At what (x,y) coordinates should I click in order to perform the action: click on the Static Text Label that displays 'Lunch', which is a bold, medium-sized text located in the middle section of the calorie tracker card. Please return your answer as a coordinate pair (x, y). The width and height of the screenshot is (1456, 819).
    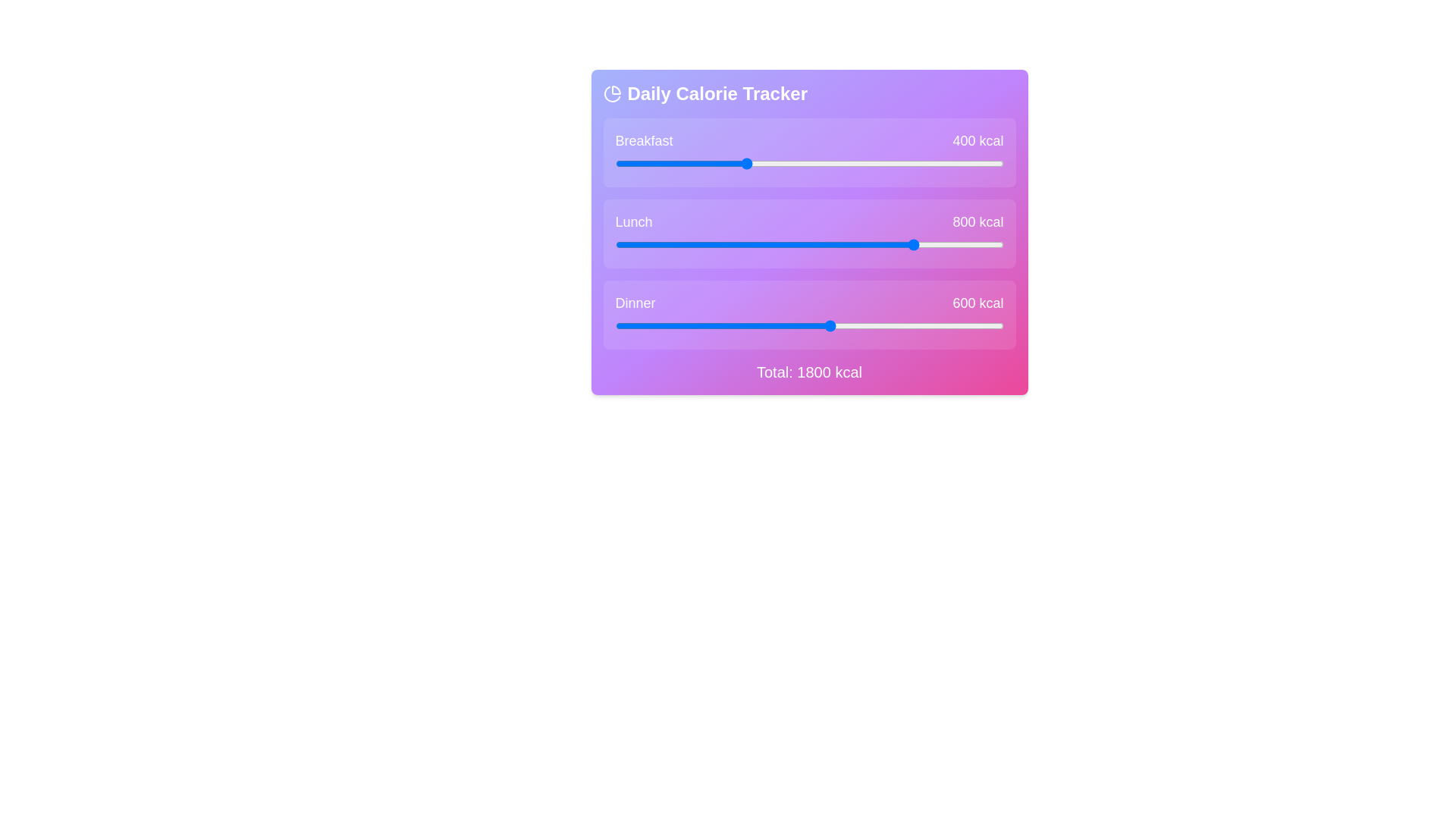
    Looking at the image, I should click on (633, 222).